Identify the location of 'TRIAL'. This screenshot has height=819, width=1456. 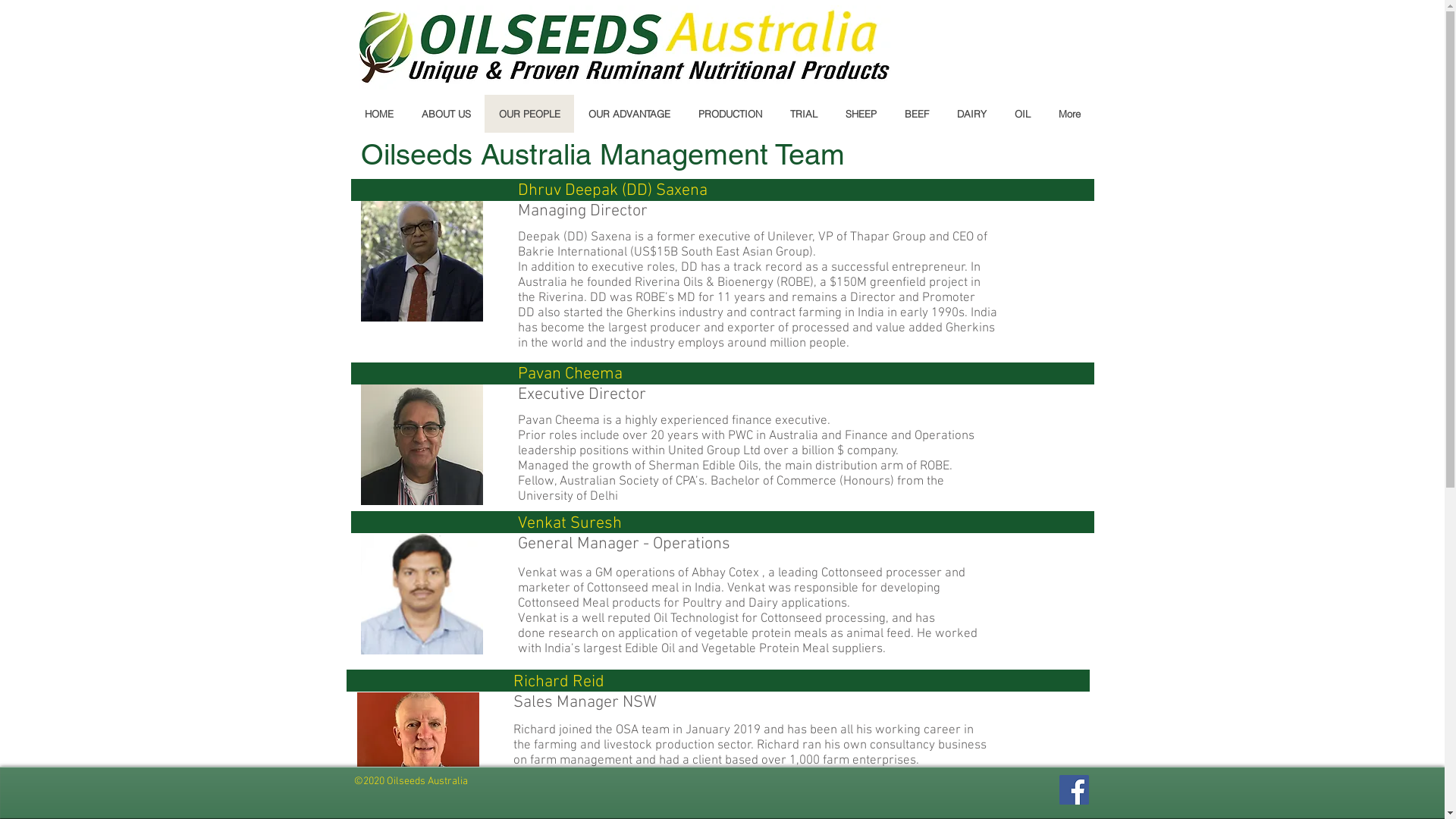
(802, 113).